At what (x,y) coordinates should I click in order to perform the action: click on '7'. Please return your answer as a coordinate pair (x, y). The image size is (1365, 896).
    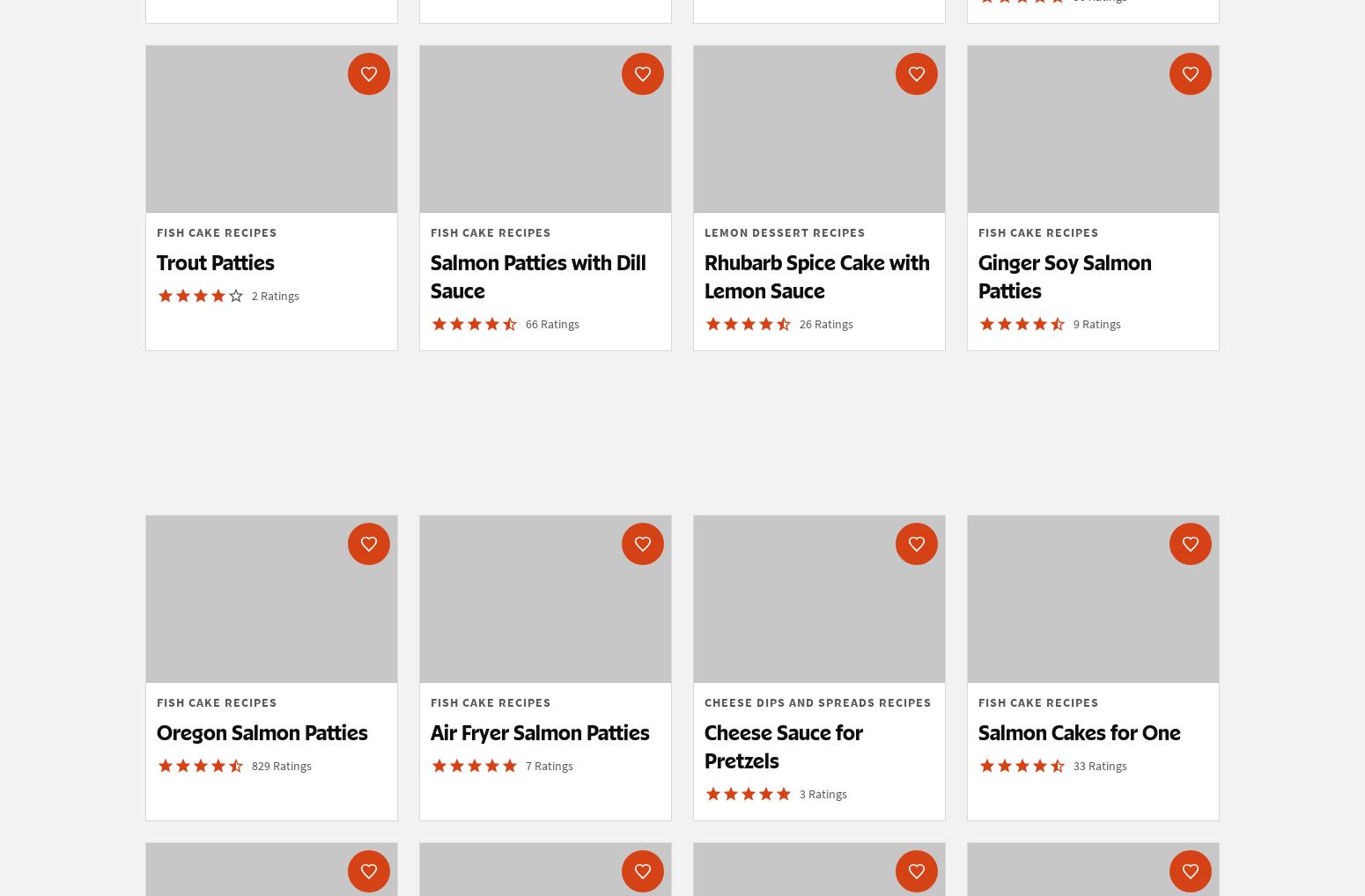
    Looking at the image, I should click on (530, 764).